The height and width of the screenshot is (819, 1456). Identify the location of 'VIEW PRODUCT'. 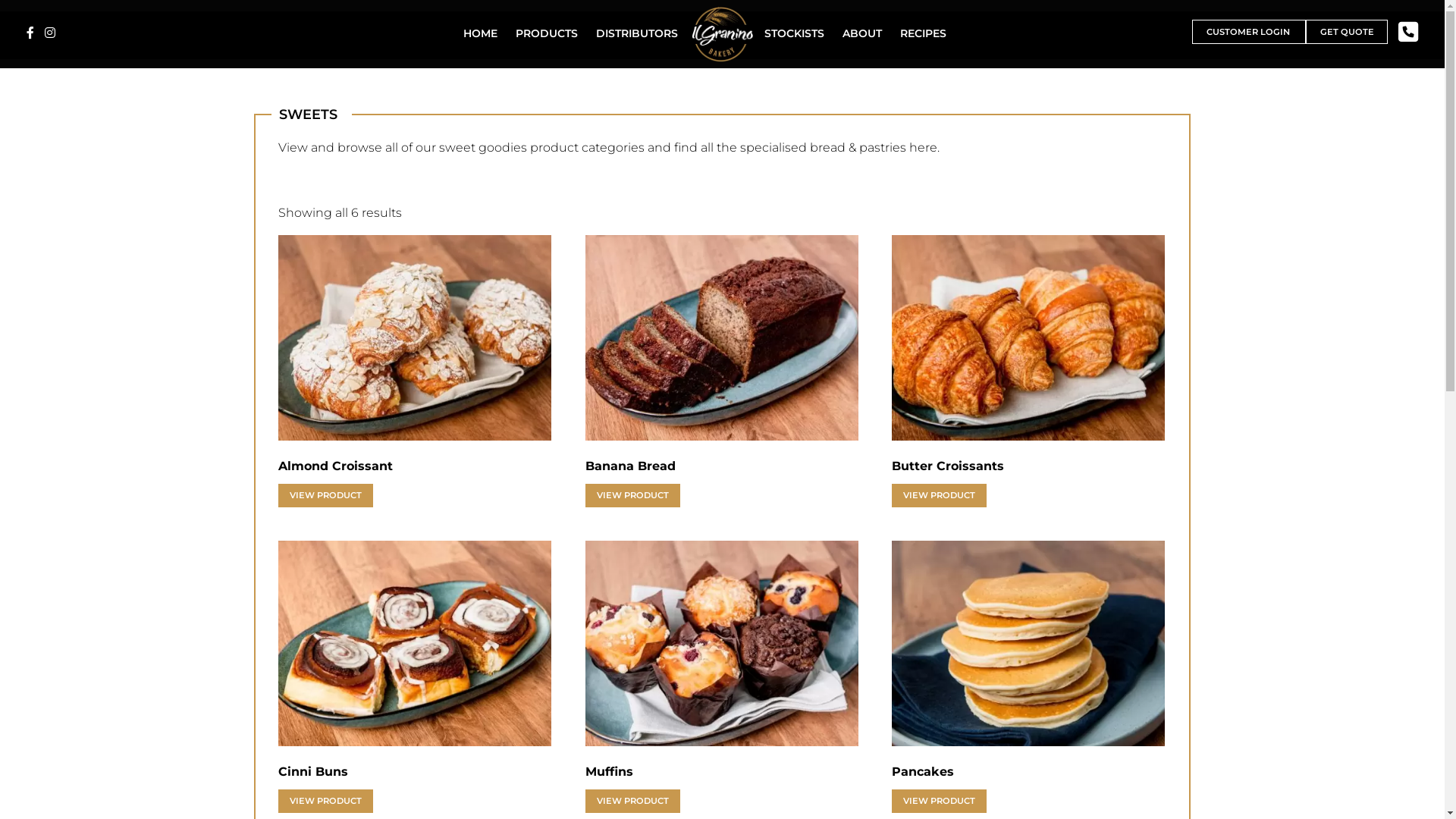
(325, 495).